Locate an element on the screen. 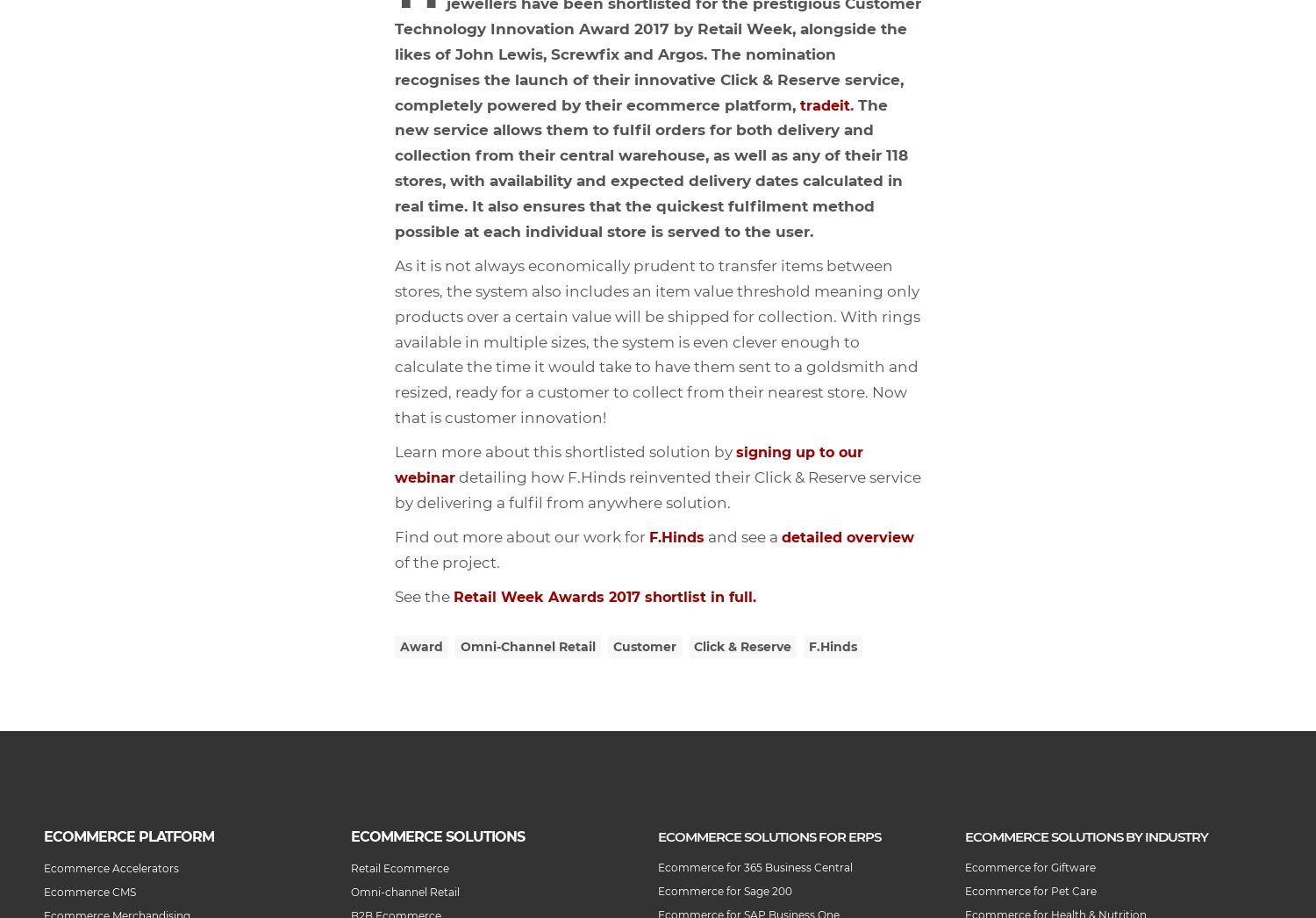  'Multi-site ecommerce and your online strategy' is located at coordinates (0, 40).